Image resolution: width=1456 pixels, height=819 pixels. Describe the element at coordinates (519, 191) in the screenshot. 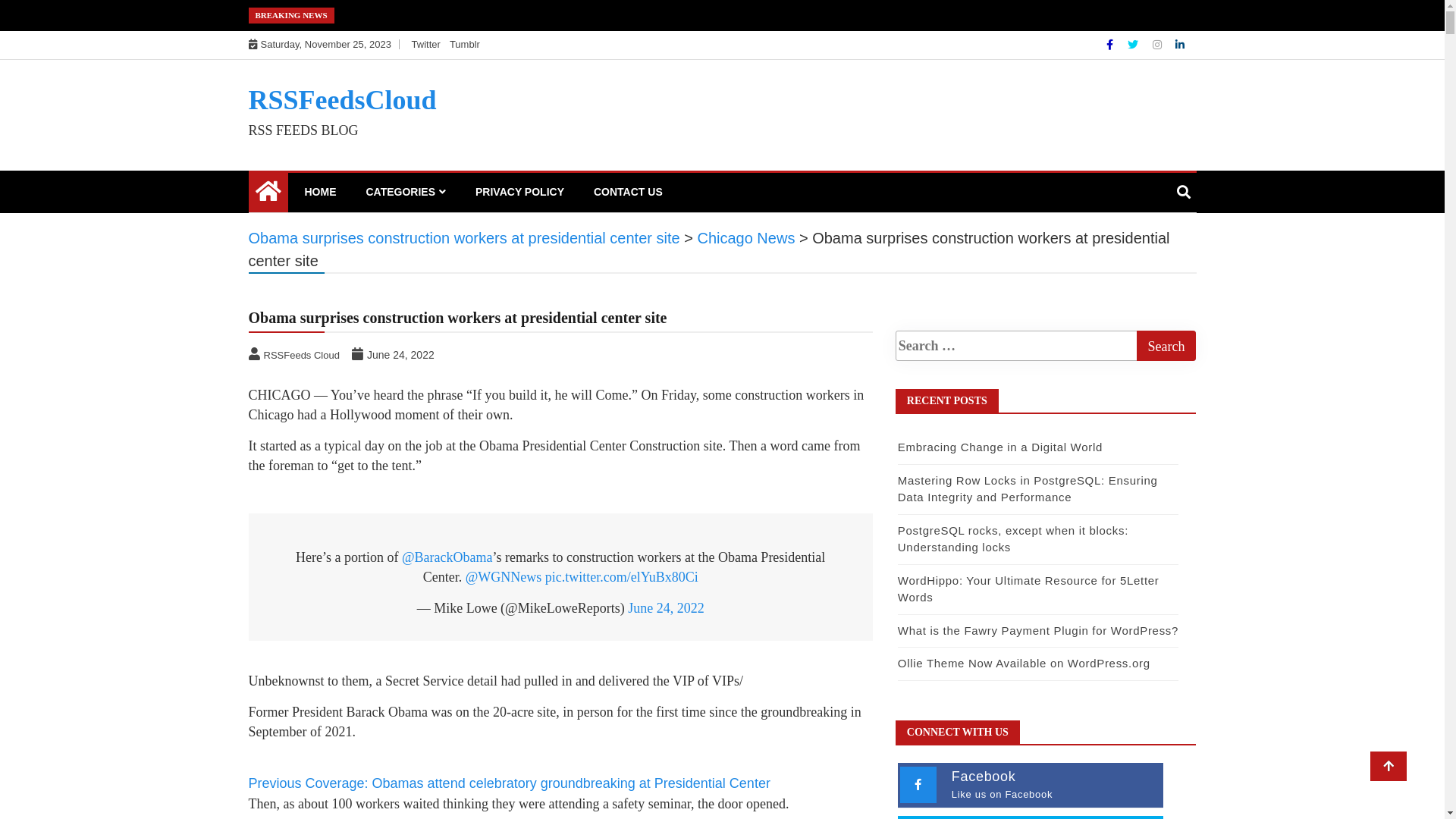

I see `'PRIVACY POLICY'` at that location.